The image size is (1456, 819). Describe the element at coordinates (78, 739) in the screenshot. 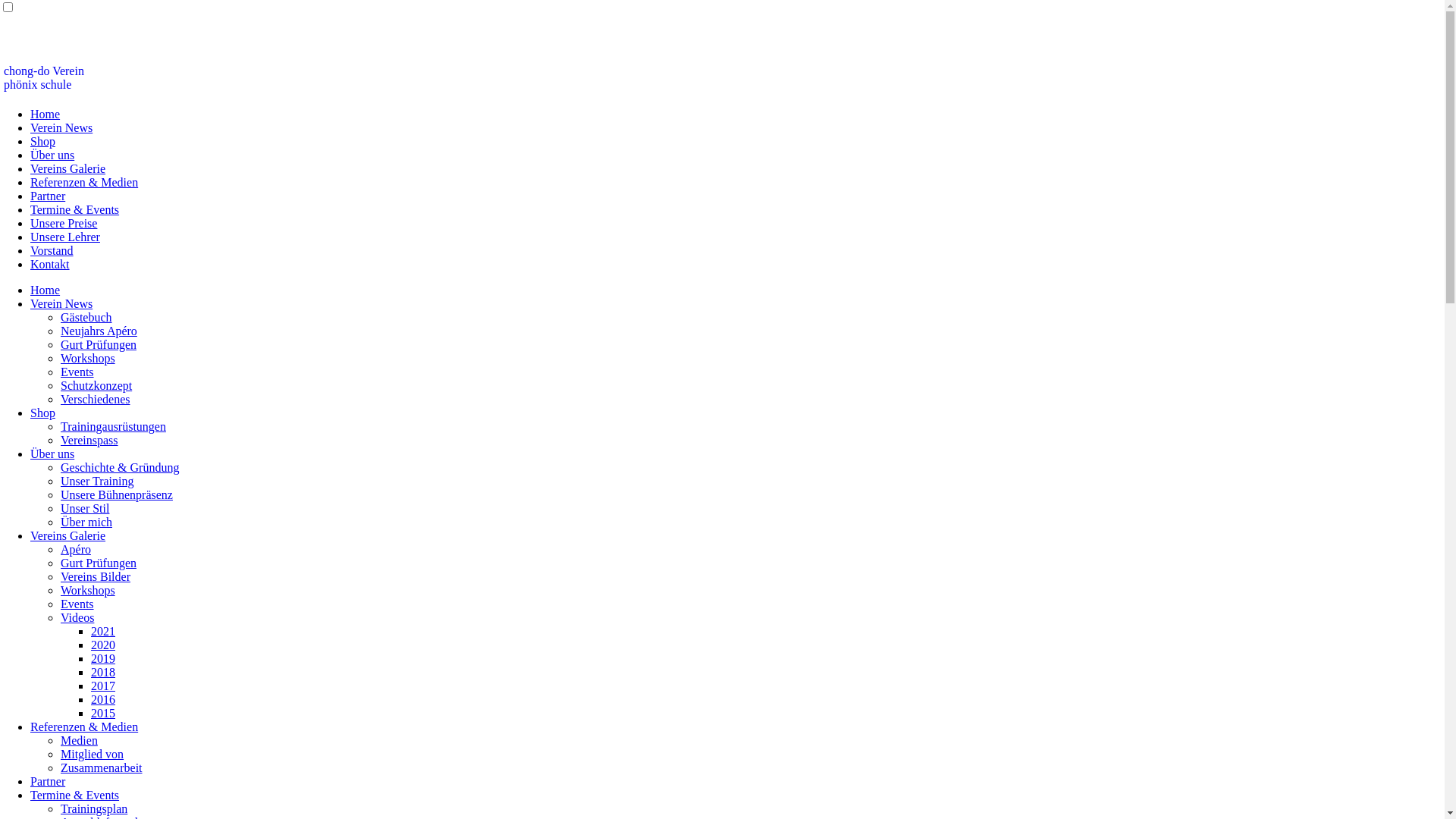

I see `'Medien'` at that location.